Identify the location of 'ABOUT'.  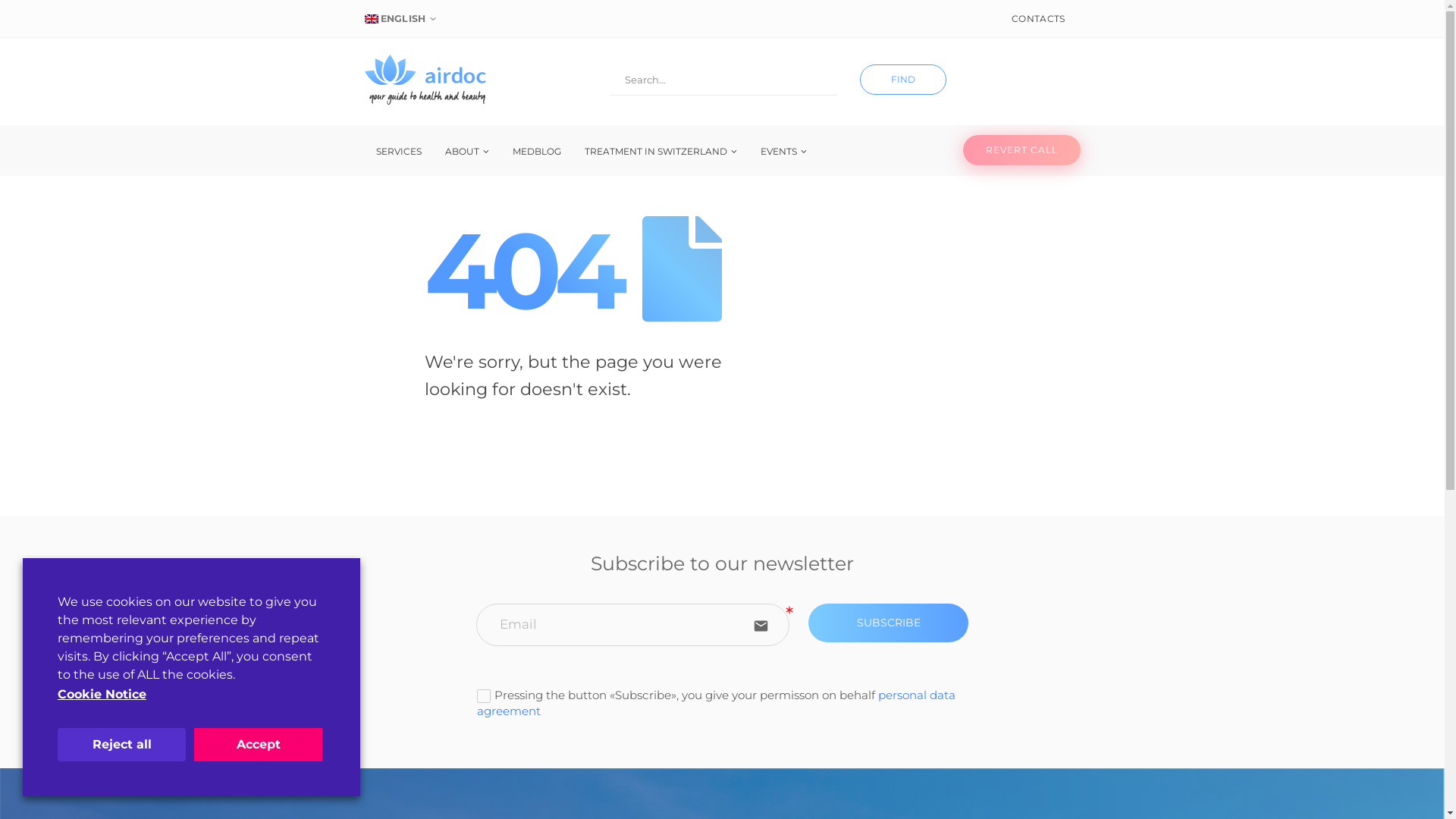
(466, 152).